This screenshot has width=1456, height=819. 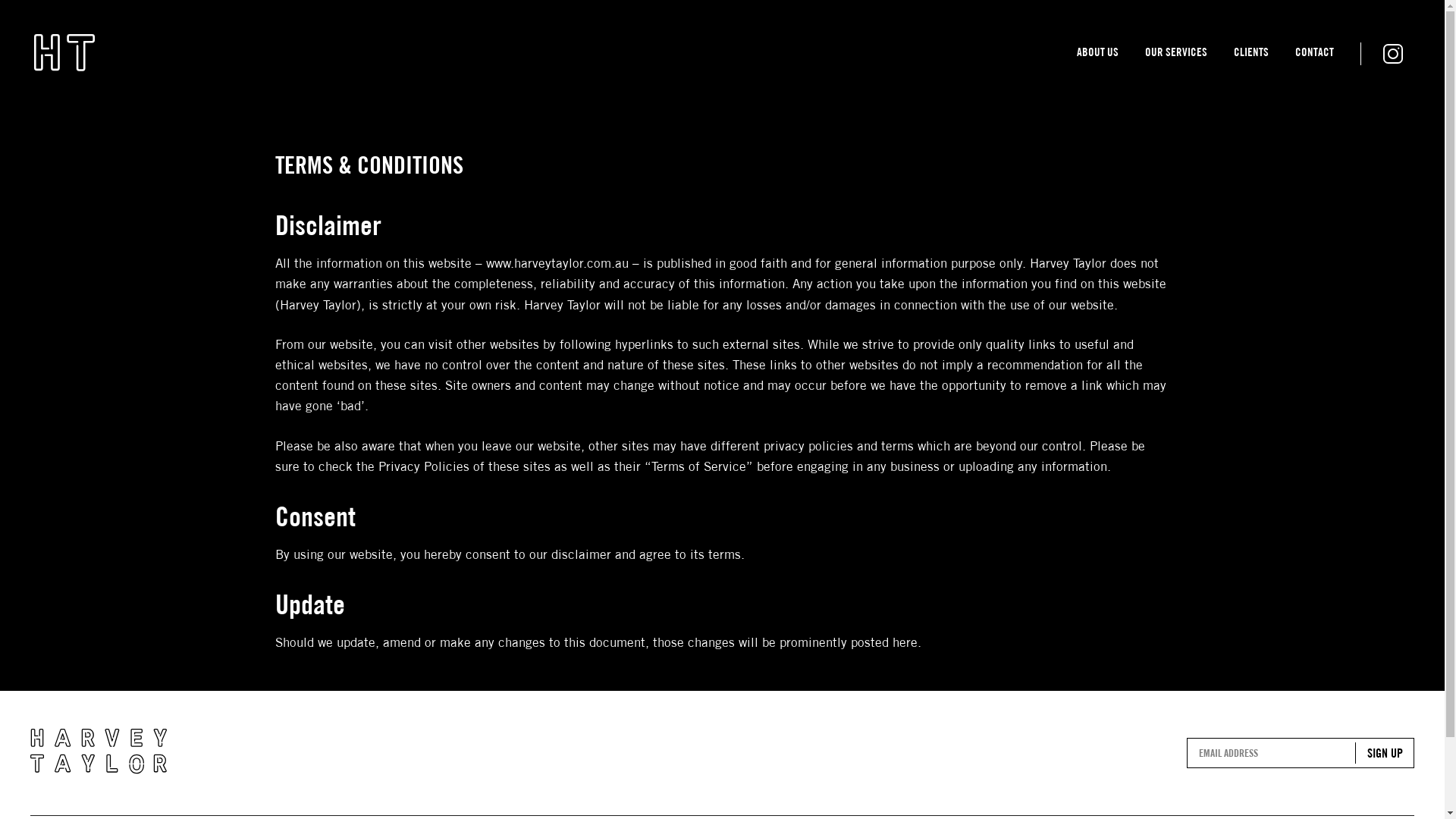 I want to click on 'OUR SERVICES', so click(x=1145, y=55).